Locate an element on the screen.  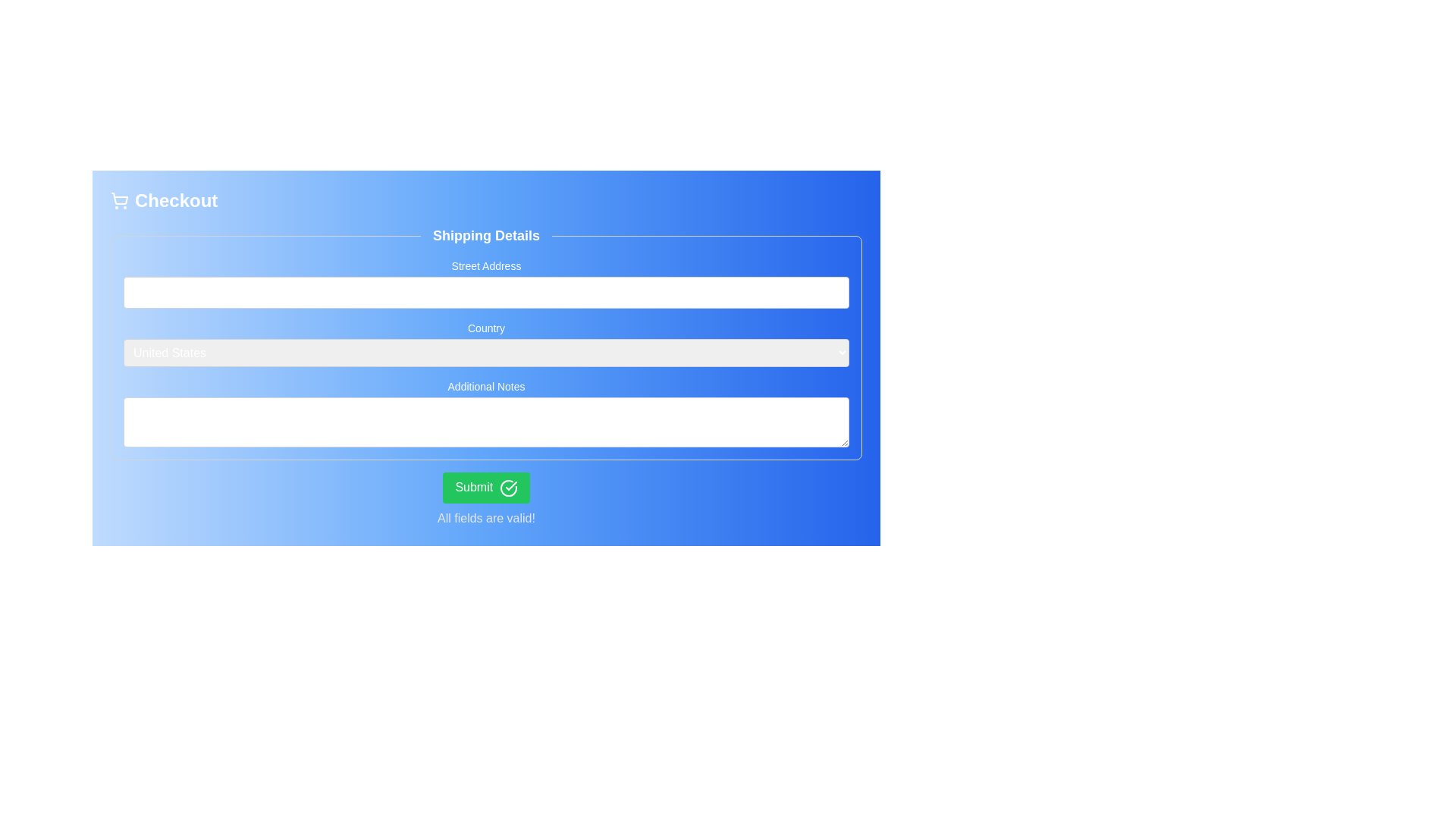
the 'Street Address' text label, which is styled in a medium-sized, bold font on a blue gradient background, located in the upper-middle section of the Shipping Details form is located at coordinates (486, 265).